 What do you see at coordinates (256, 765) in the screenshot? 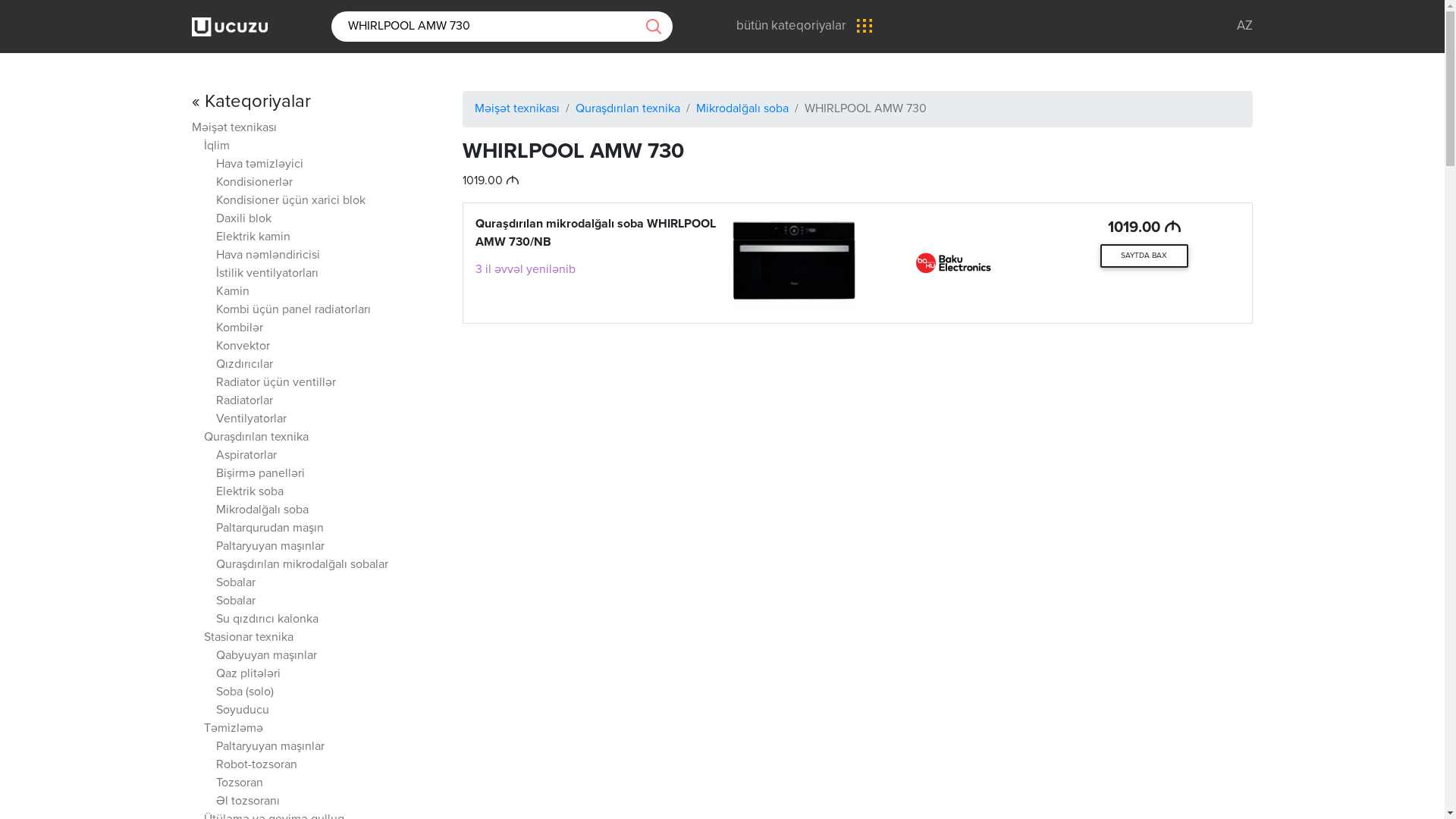
I see `'Robot-tozsoran'` at bounding box center [256, 765].